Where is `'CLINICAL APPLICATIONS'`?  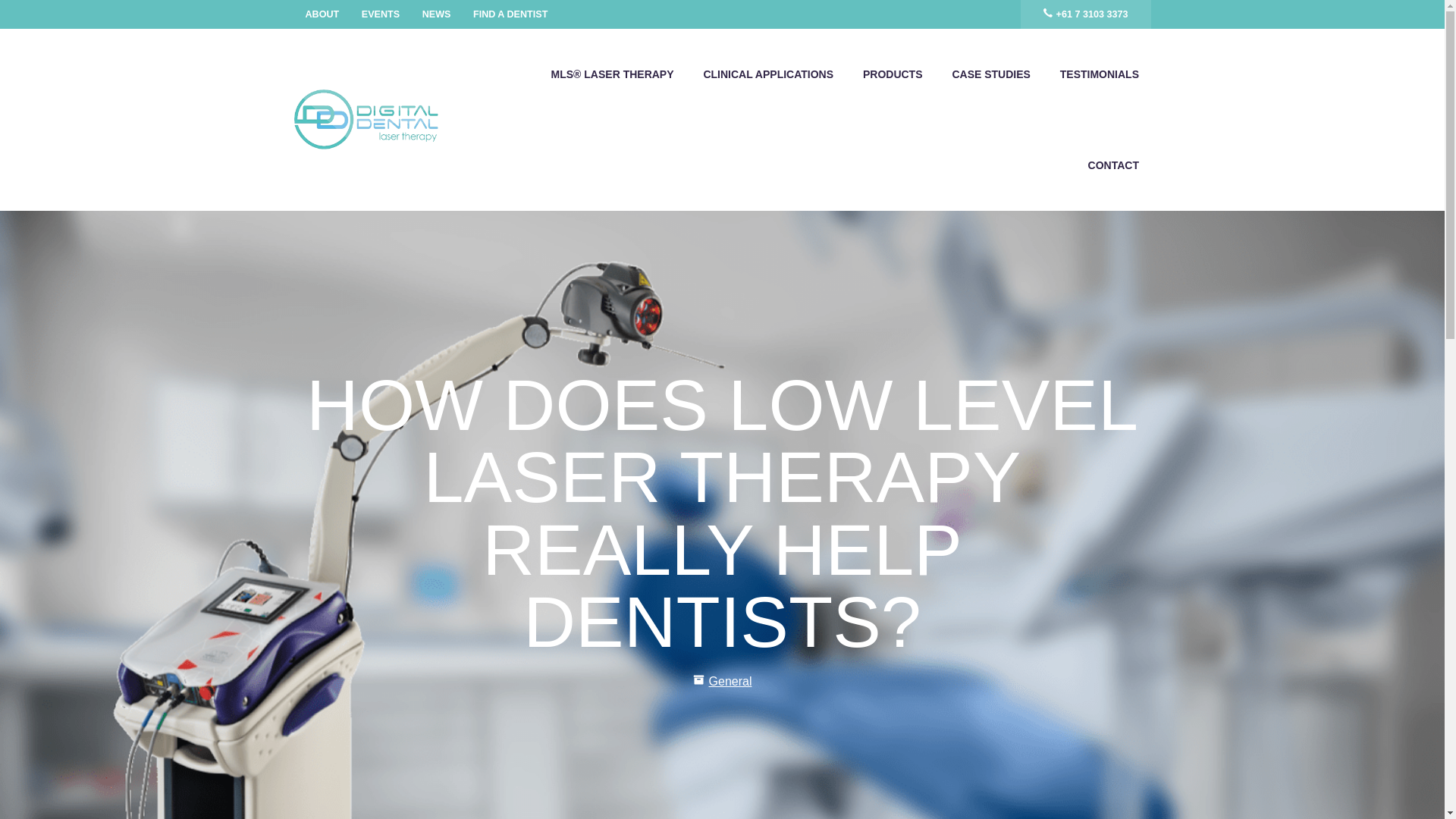 'CLINICAL APPLICATIONS' is located at coordinates (768, 74).